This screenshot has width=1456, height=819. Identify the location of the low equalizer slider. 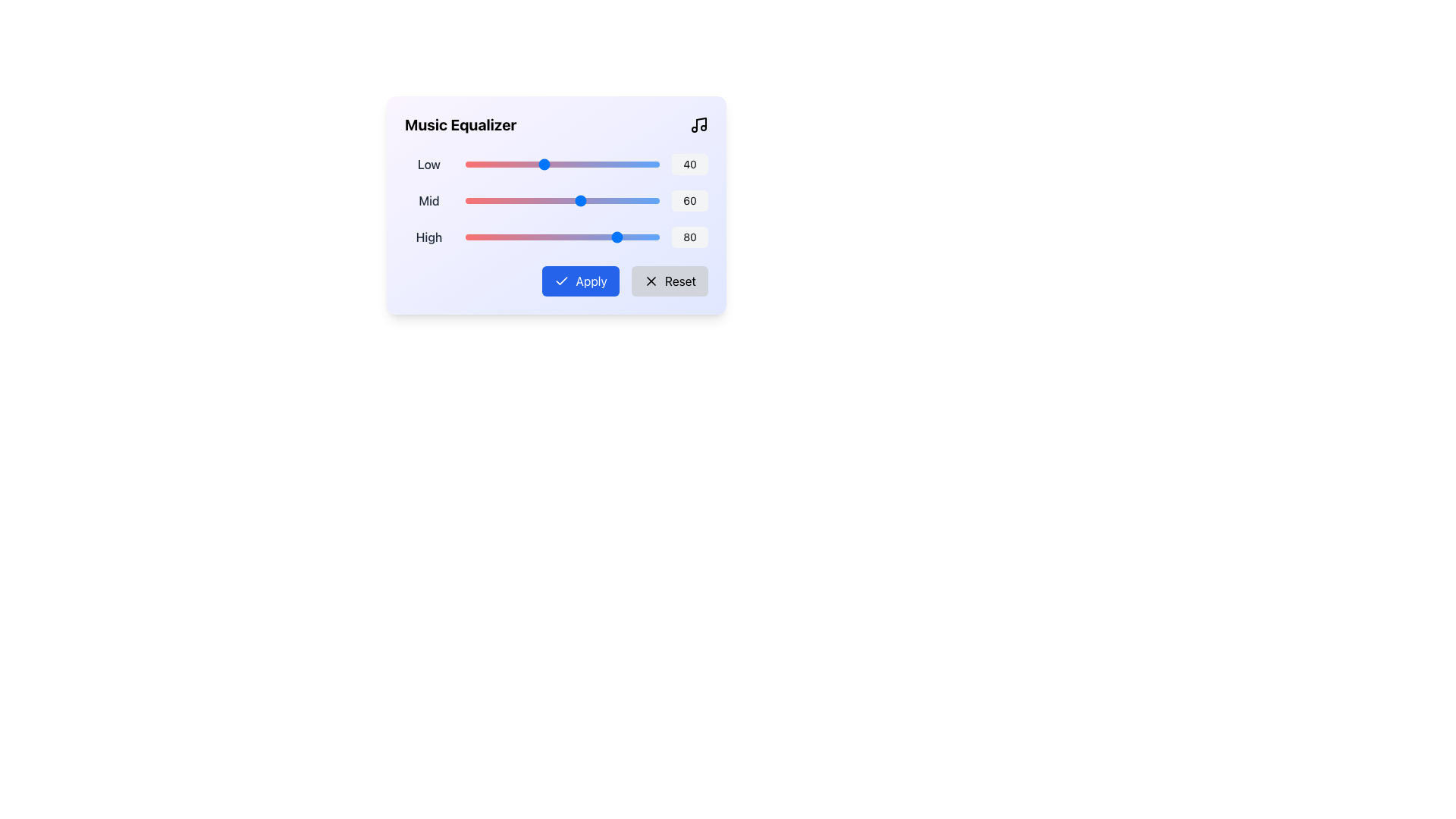
(541, 164).